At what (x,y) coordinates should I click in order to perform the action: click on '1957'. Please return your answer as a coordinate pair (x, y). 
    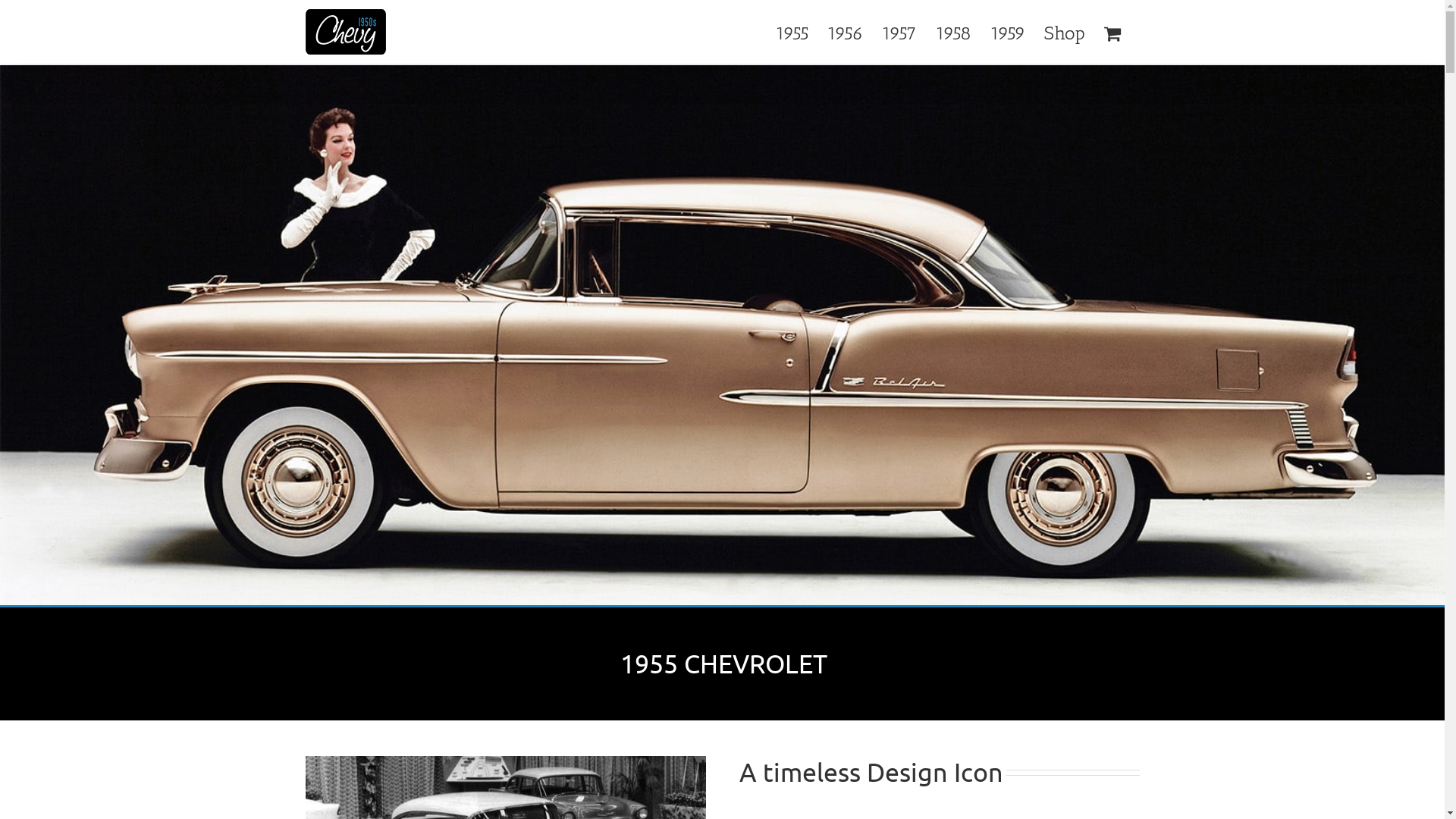
    Looking at the image, I should click on (899, 32).